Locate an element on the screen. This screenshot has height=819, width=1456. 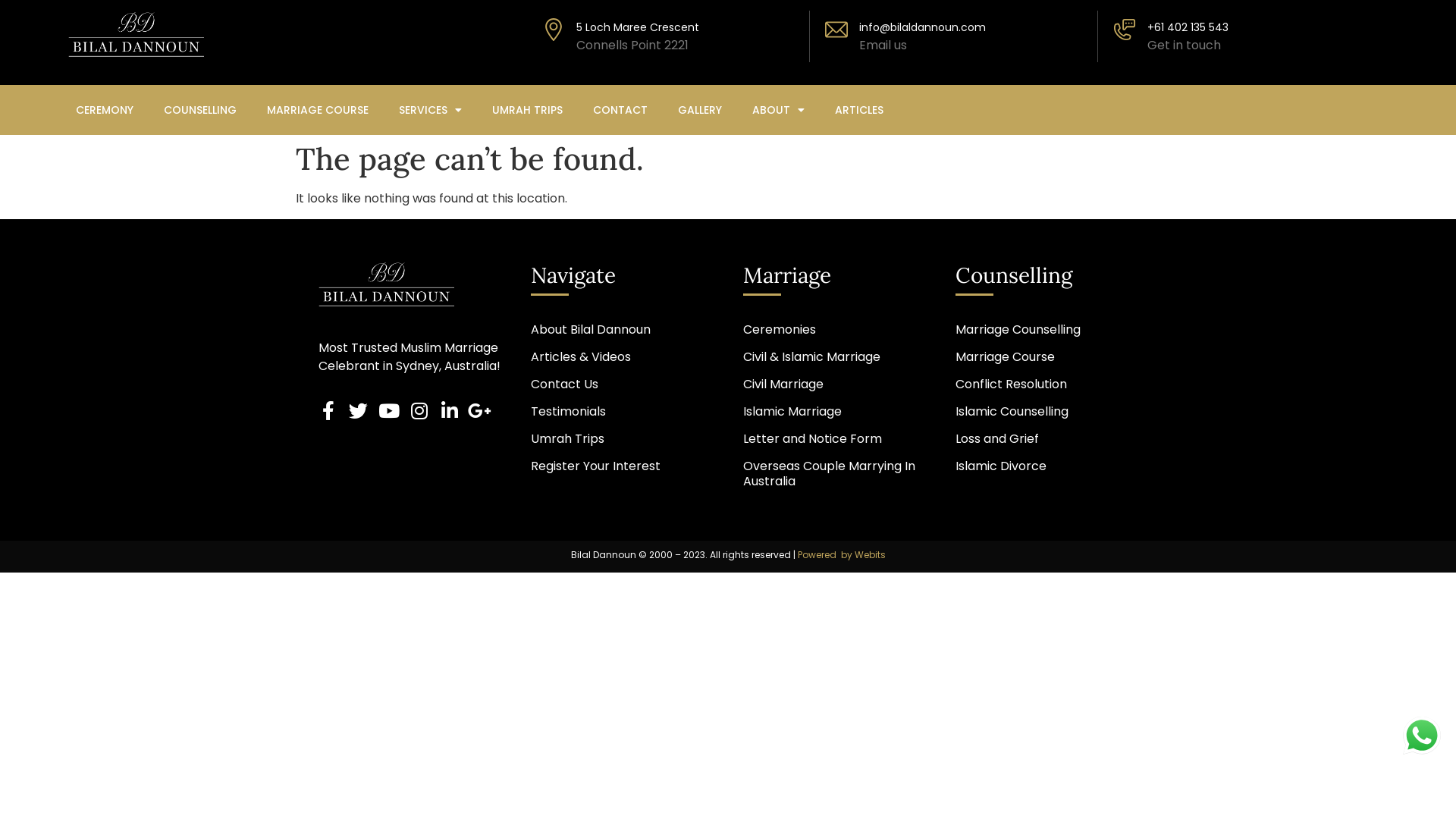
'Islamic Counselling' is located at coordinates (1046, 412).